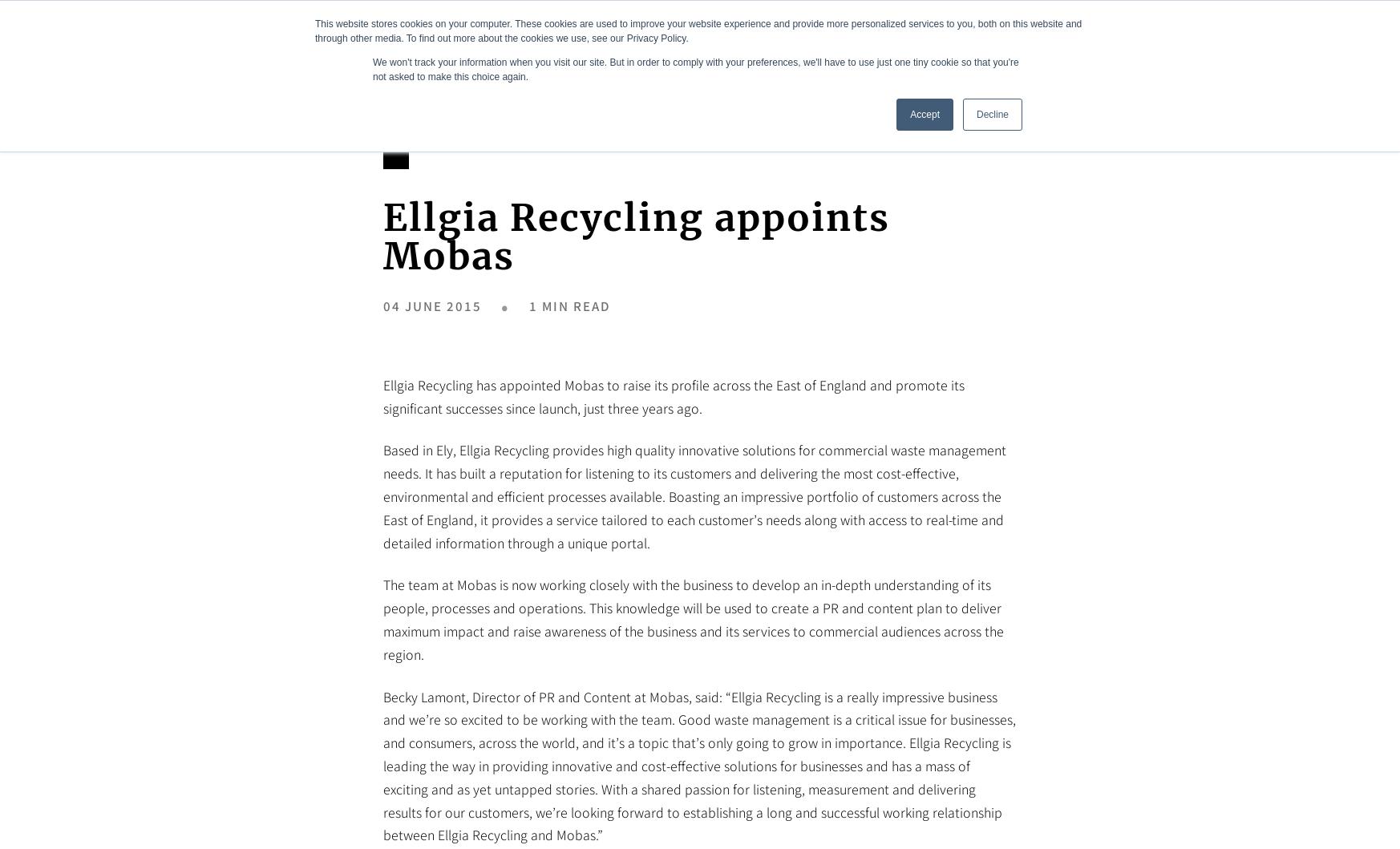 The image size is (1400, 849). I want to click on '04 June 2015', so click(431, 304).